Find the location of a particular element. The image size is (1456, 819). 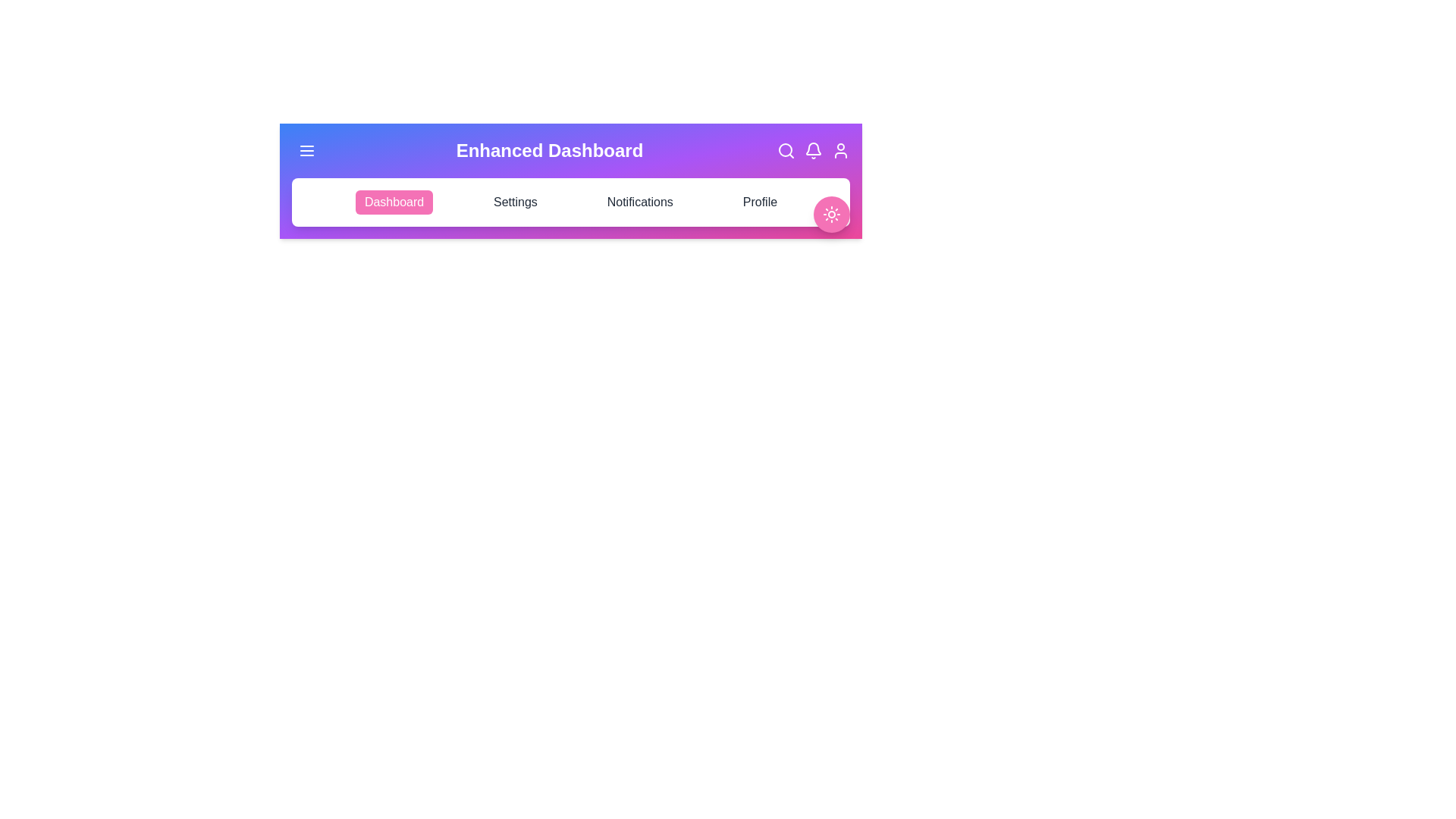

the search icon in the top-right corner of the app bar is located at coordinates (786, 151).